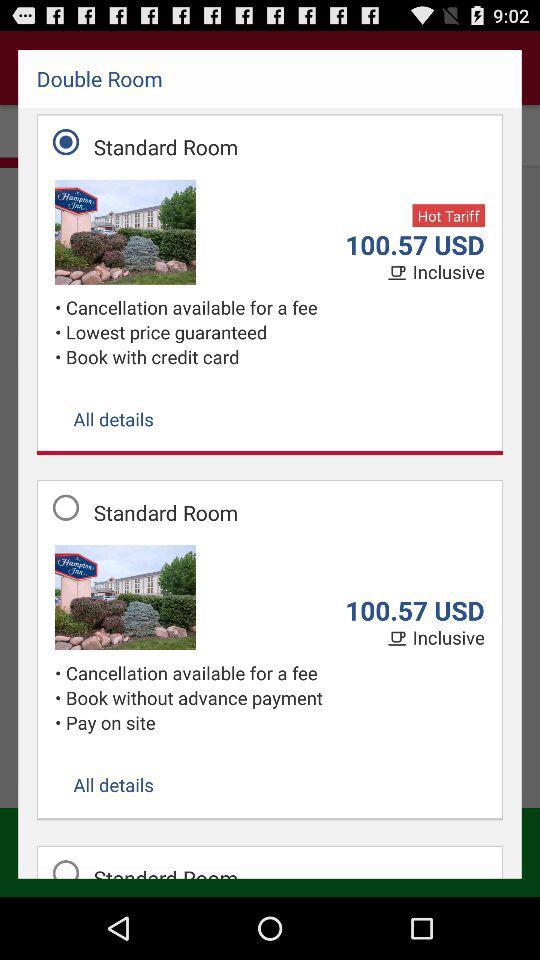 The image size is (540, 960). What do you see at coordinates (399, 272) in the screenshot?
I see `icon to the left of inclusive item` at bounding box center [399, 272].